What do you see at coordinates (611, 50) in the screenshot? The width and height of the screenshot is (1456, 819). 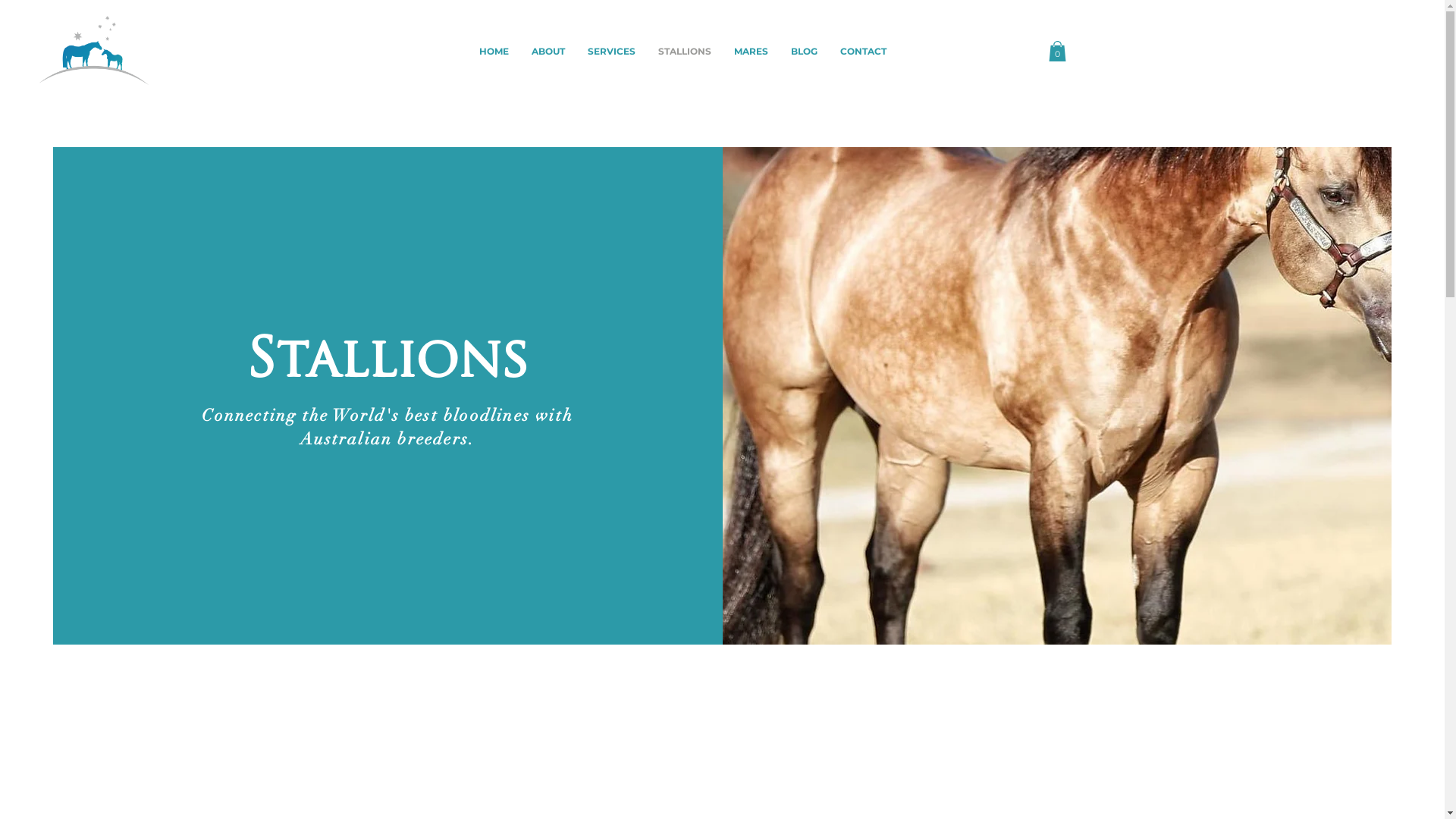 I see `'SERVICES'` at bounding box center [611, 50].